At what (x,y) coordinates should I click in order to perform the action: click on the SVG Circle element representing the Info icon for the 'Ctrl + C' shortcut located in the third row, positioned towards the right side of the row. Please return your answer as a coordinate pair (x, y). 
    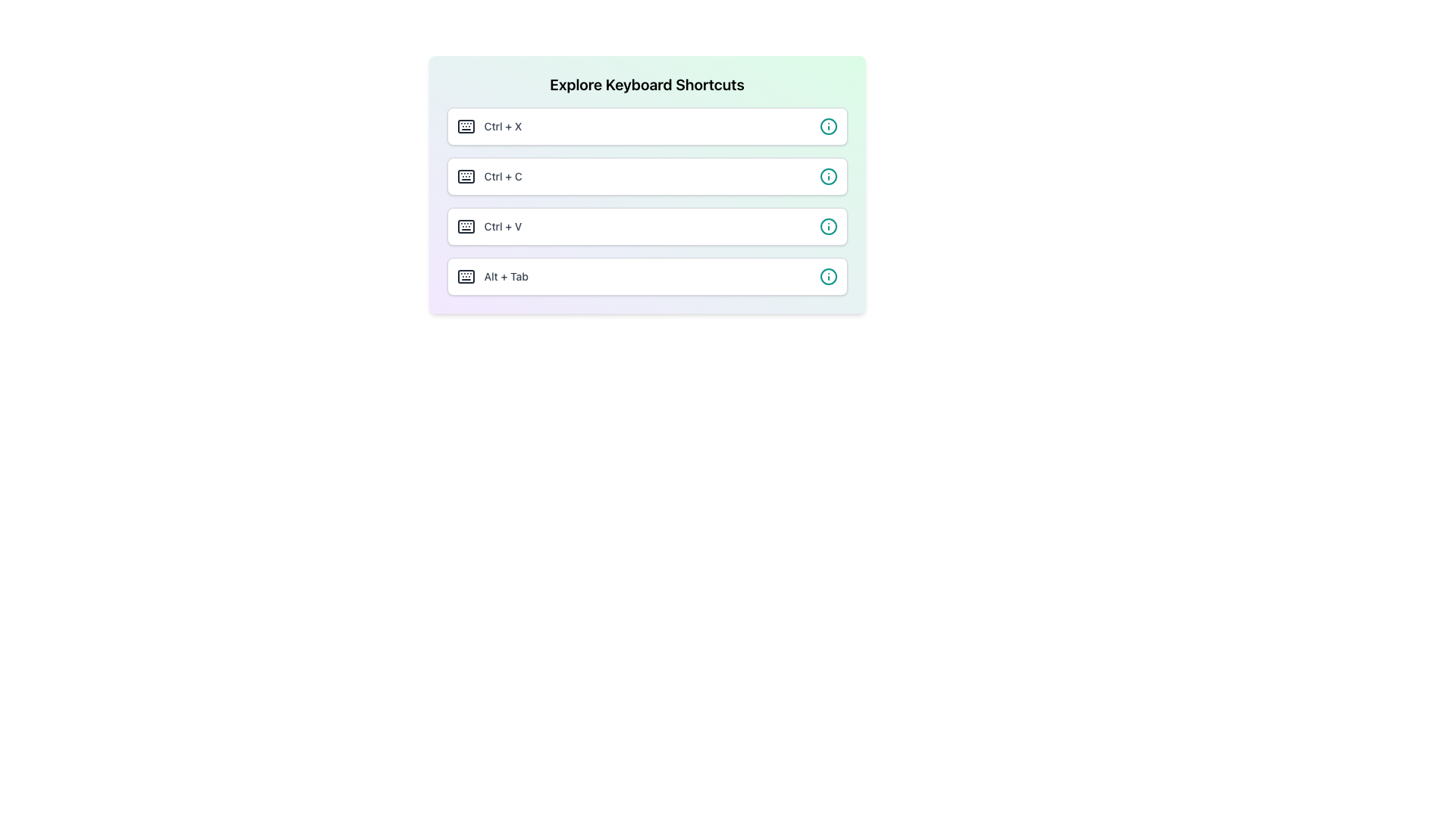
    Looking at the image, I should click on (827, 175).